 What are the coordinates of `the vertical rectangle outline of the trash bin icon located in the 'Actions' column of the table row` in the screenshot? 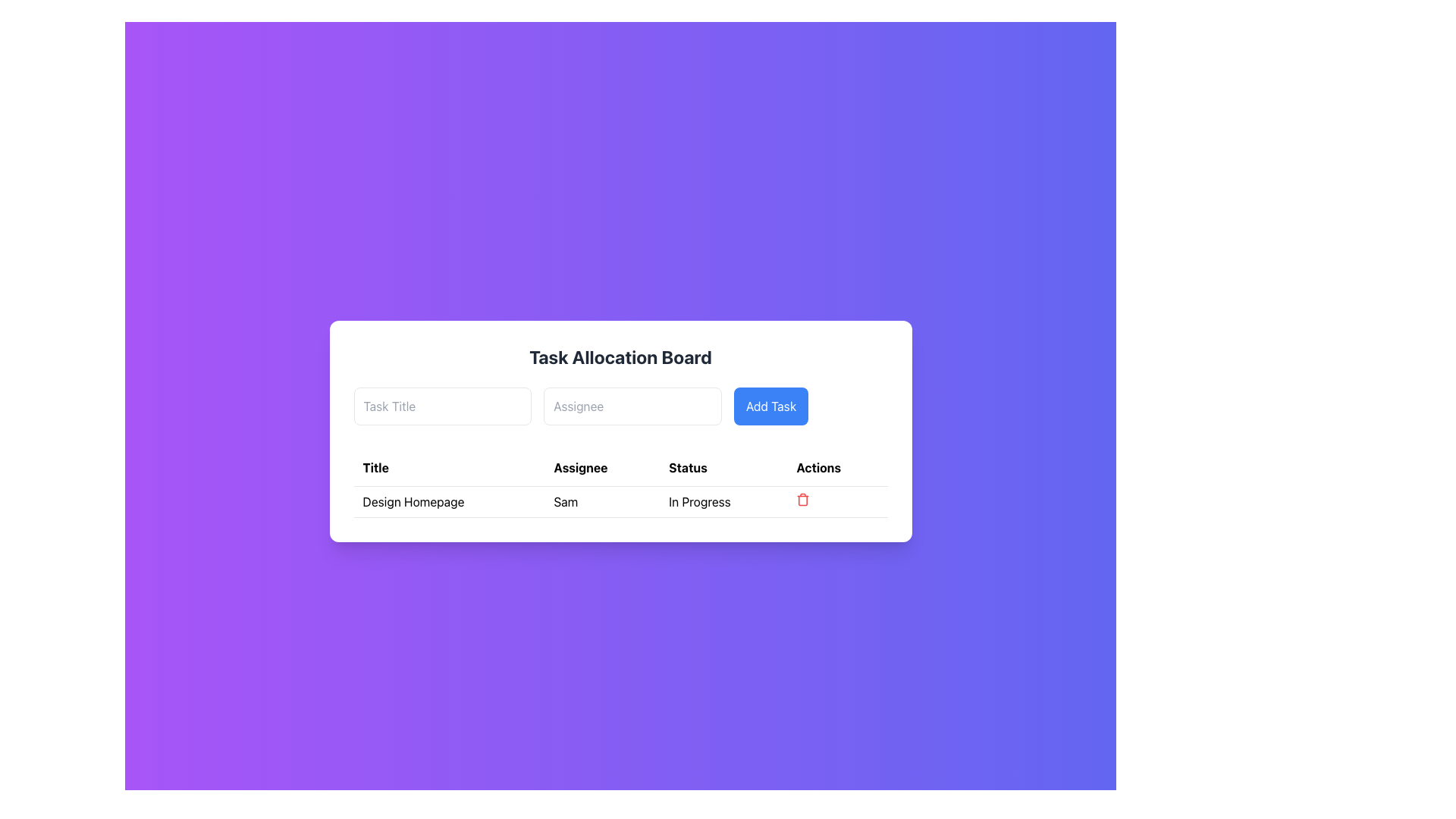 It's located at (802, 500).